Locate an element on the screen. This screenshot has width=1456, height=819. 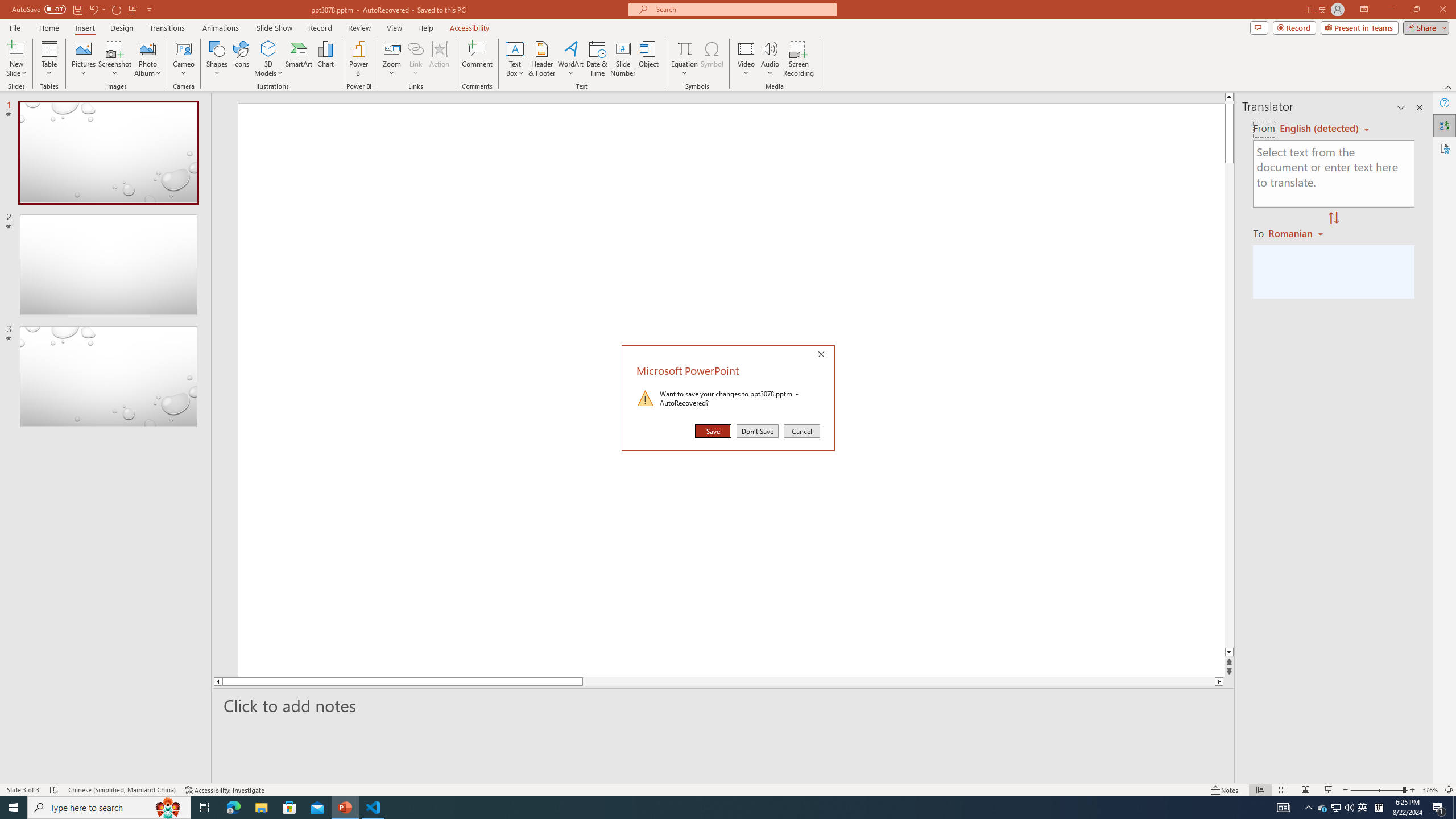
'Video' is located at coordinates (746, 59).